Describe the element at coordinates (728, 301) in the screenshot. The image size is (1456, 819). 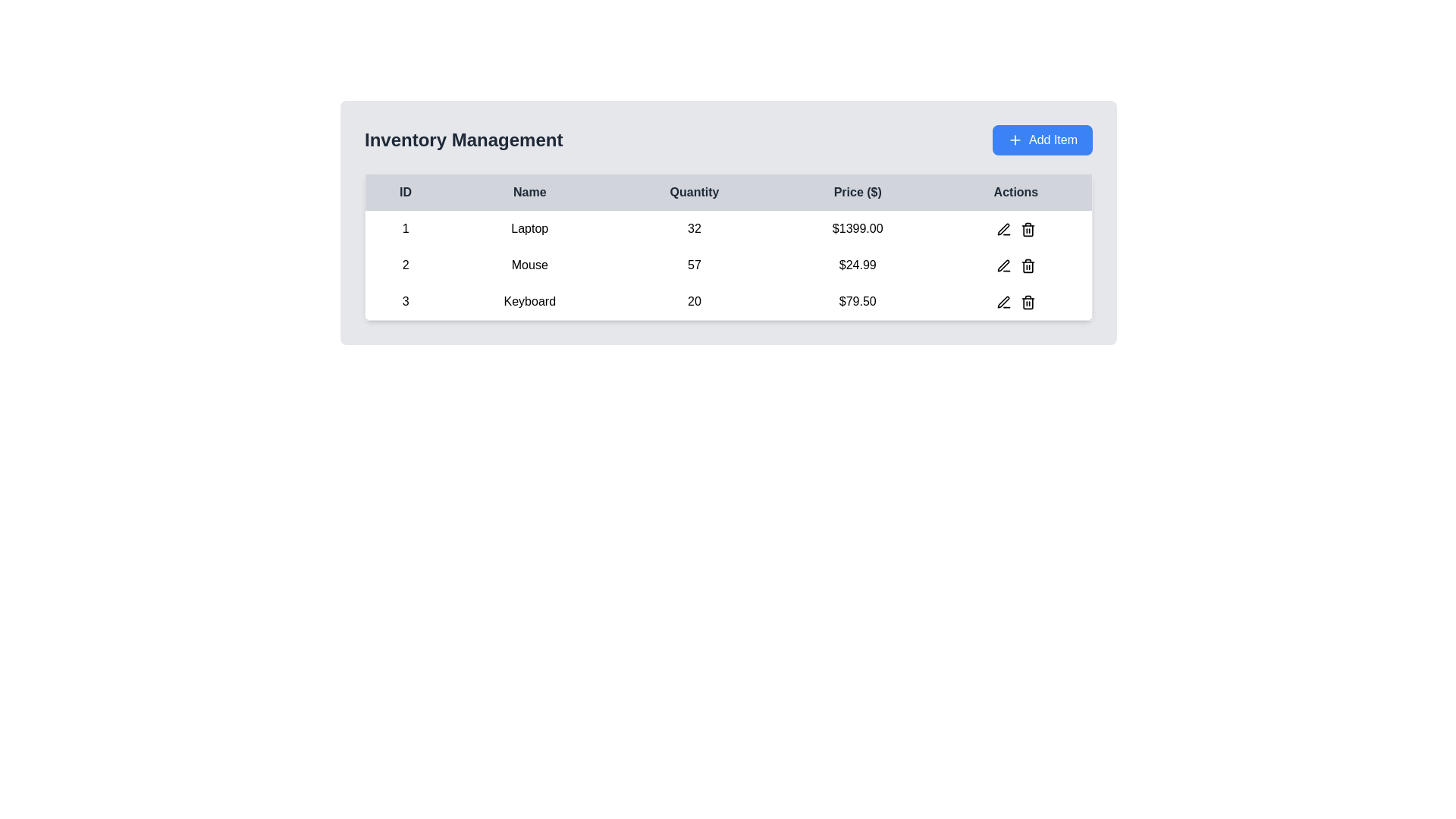
I see `the third row in the inventory table that displays information about 'Keyboard'` at that location.